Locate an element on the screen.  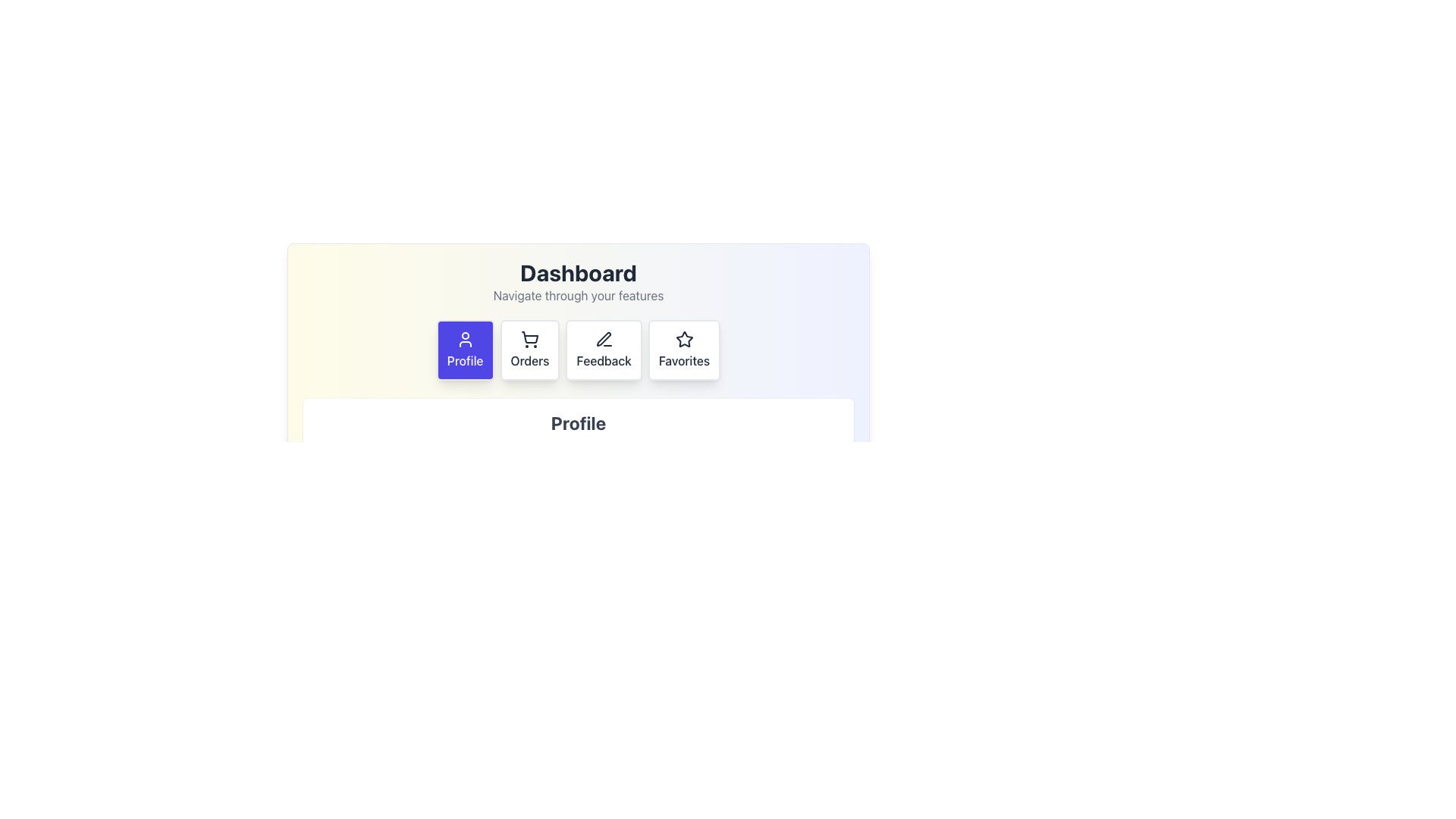
the star icon located within the 'Favorites' section, which is the last icon in a row of four icons beneath the 'Dashboard' title is located at coordinates (683, 338).